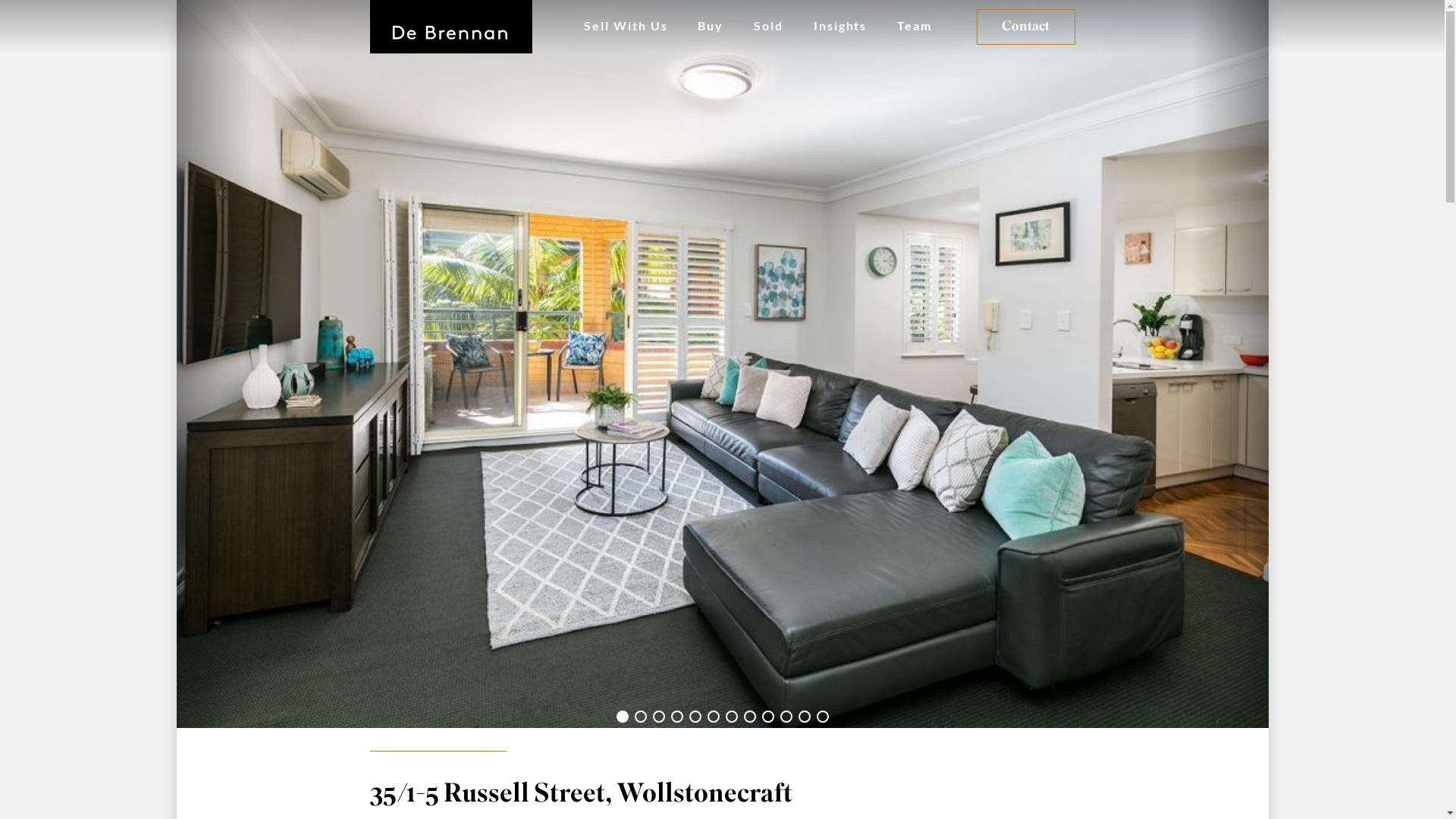 The width and height of the screenshot is (1456, 819). What do you see at coordinates (712, 717) in the screenshot?
I see `'6'` at bounding box center [712, 717].